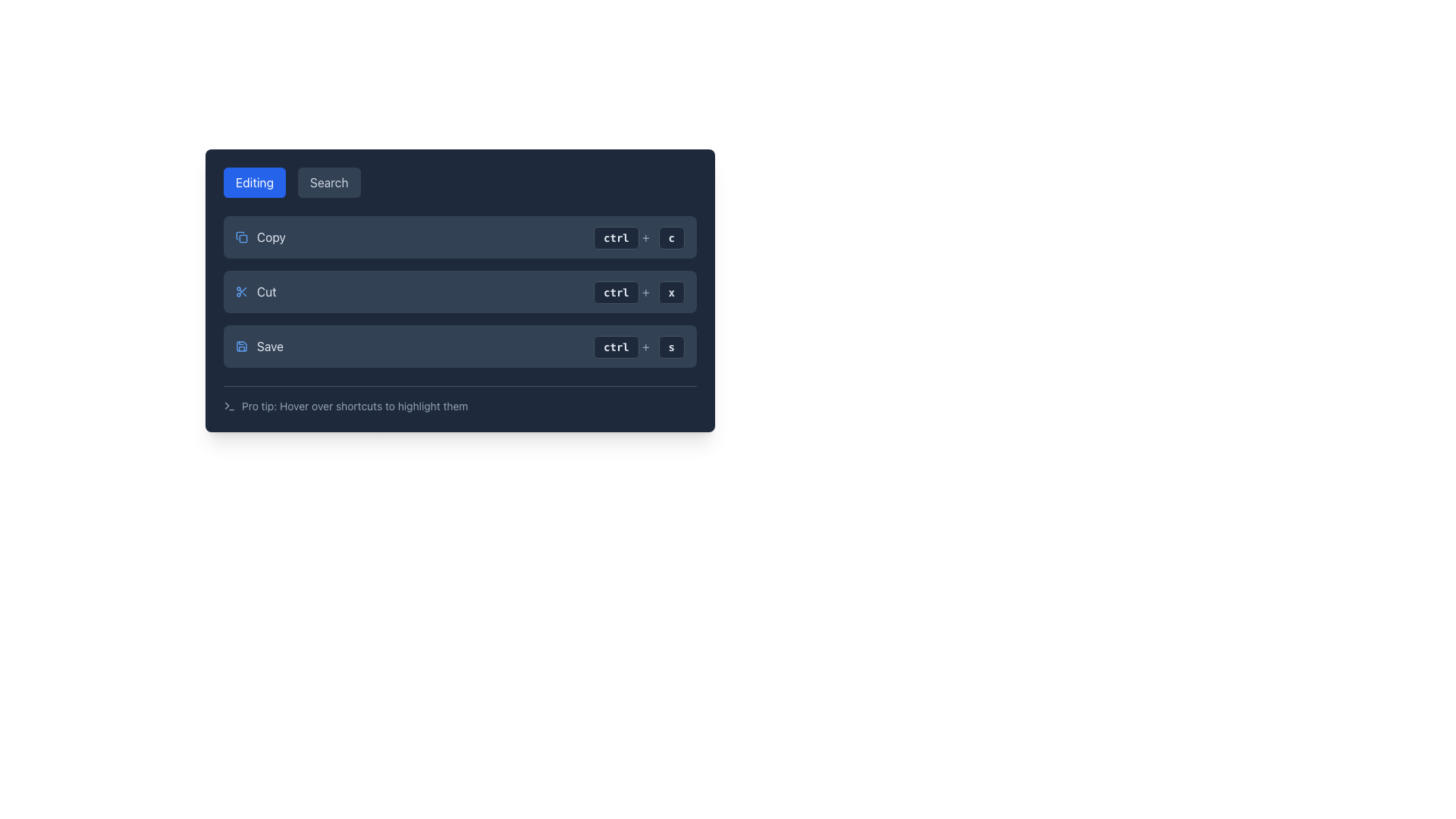  What do you see at coordinates (670, 346) in the screenshot?
I see `the 's' key in the keyboard shortcut 'ctrl + s', which is located in the last row of a list of shortcut definitions` at bounding box center [670, 346].